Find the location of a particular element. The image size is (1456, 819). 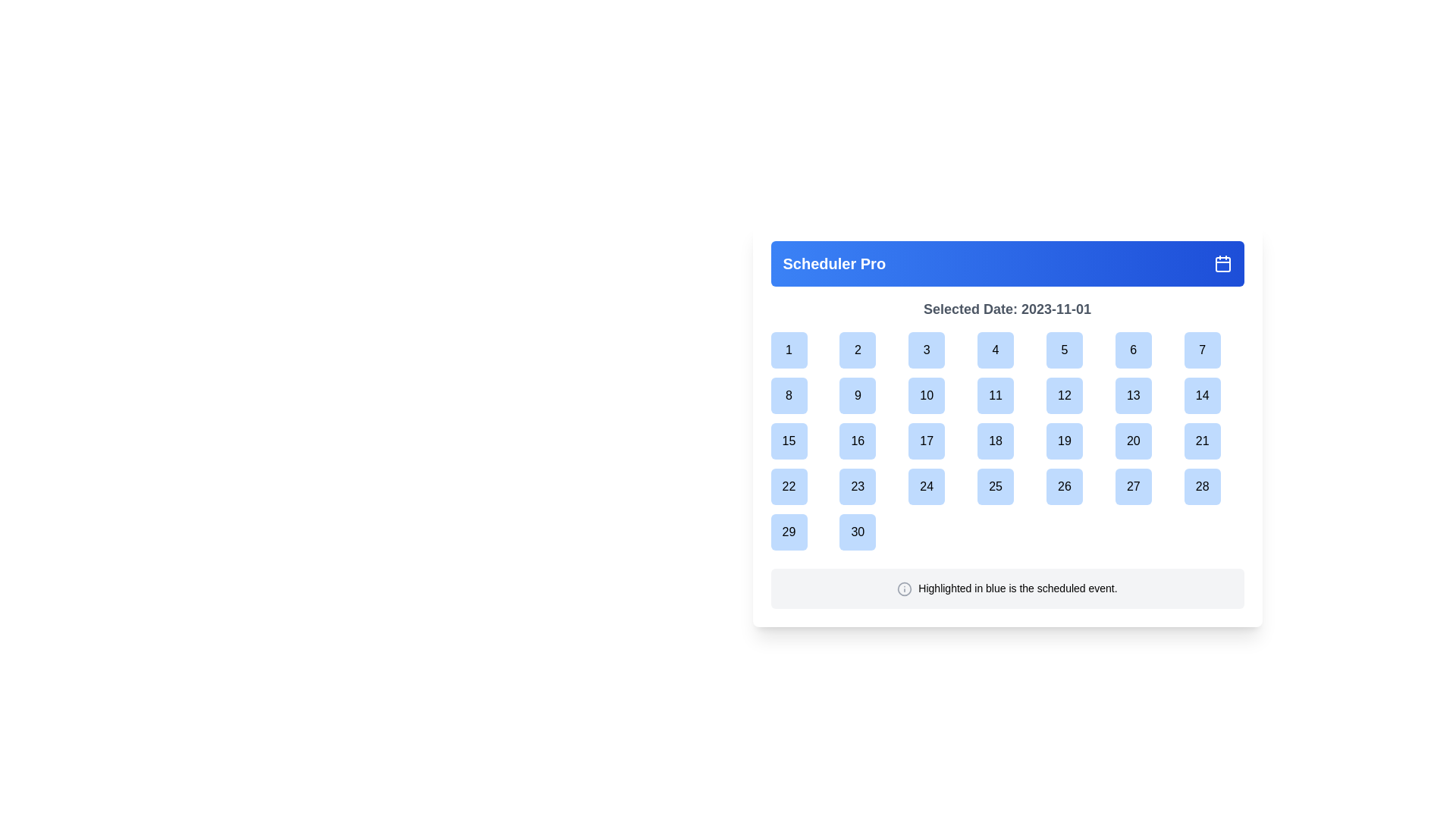

the static text display that reads 'Selected Date: 2023-11-01', which is centrally aligned in gray color above the date grid in the scheduling interface is located at coordinates (1007, 309).